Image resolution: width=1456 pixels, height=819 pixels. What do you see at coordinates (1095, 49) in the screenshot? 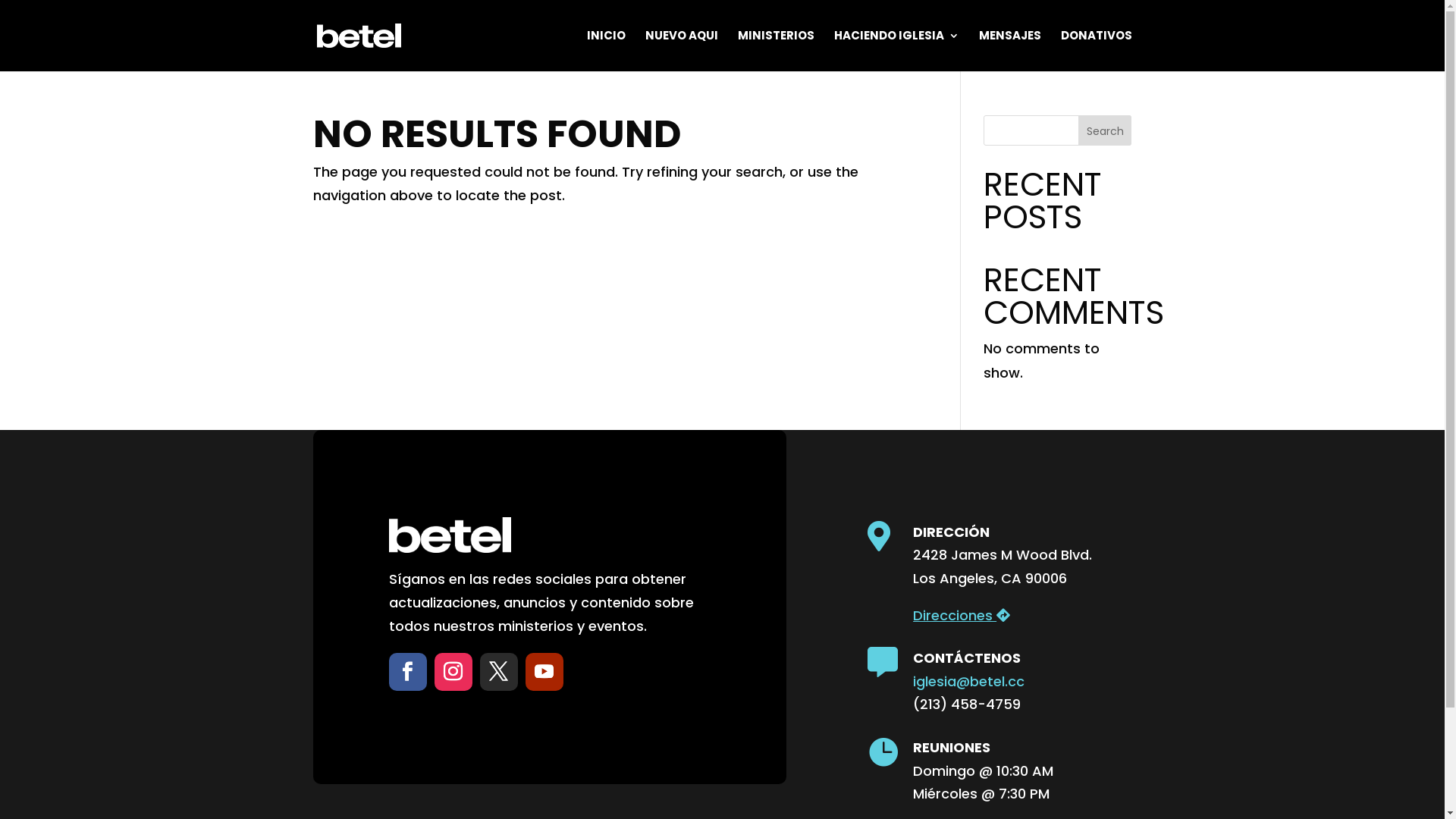
I see `'DONATIVOS'` at bounding box center [1095, 49].